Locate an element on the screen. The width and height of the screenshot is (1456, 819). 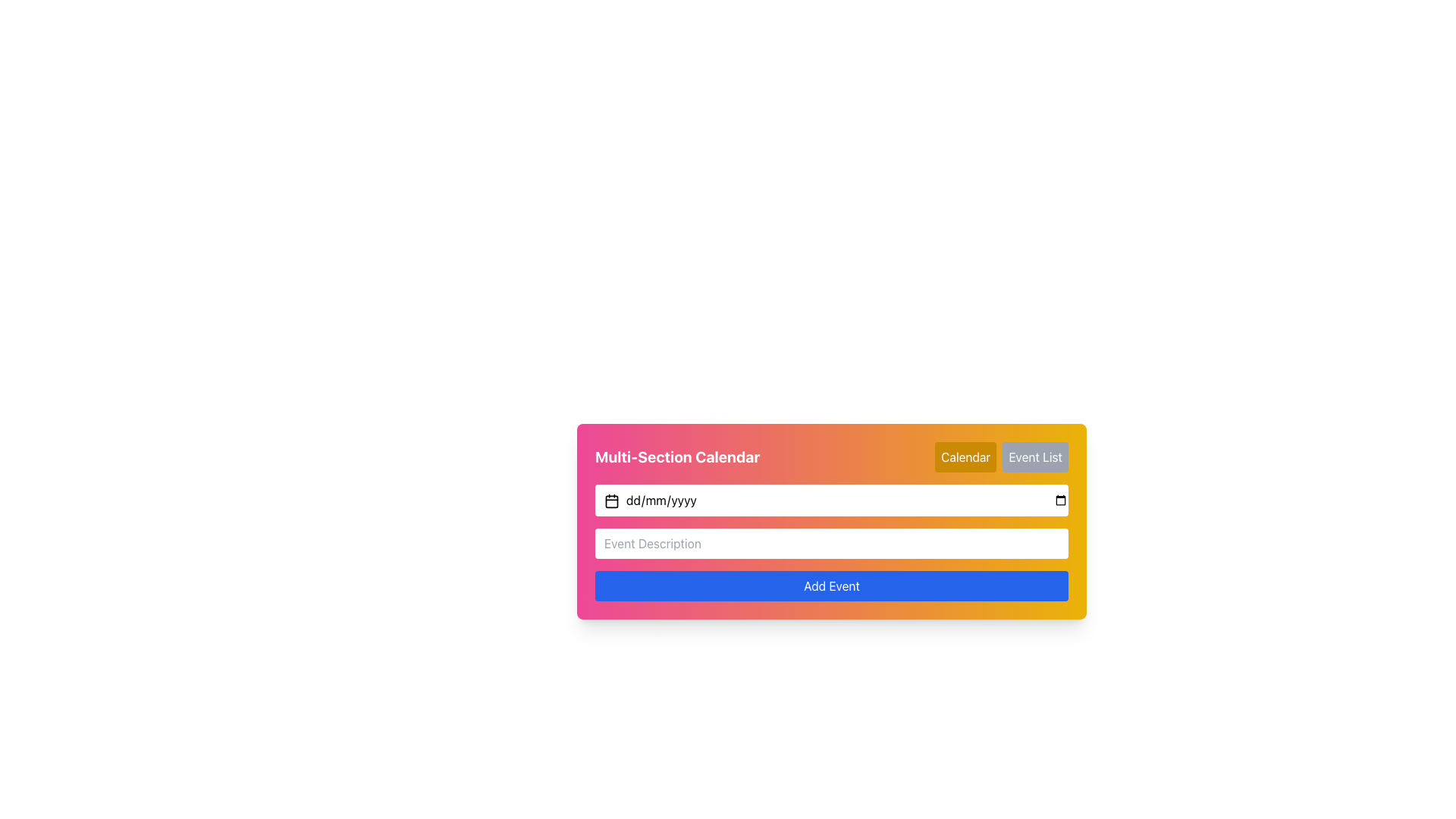
the 'Event List' tab, which is the right tab in the tab set styled with a gray background is located at coordinates (1001, 456).